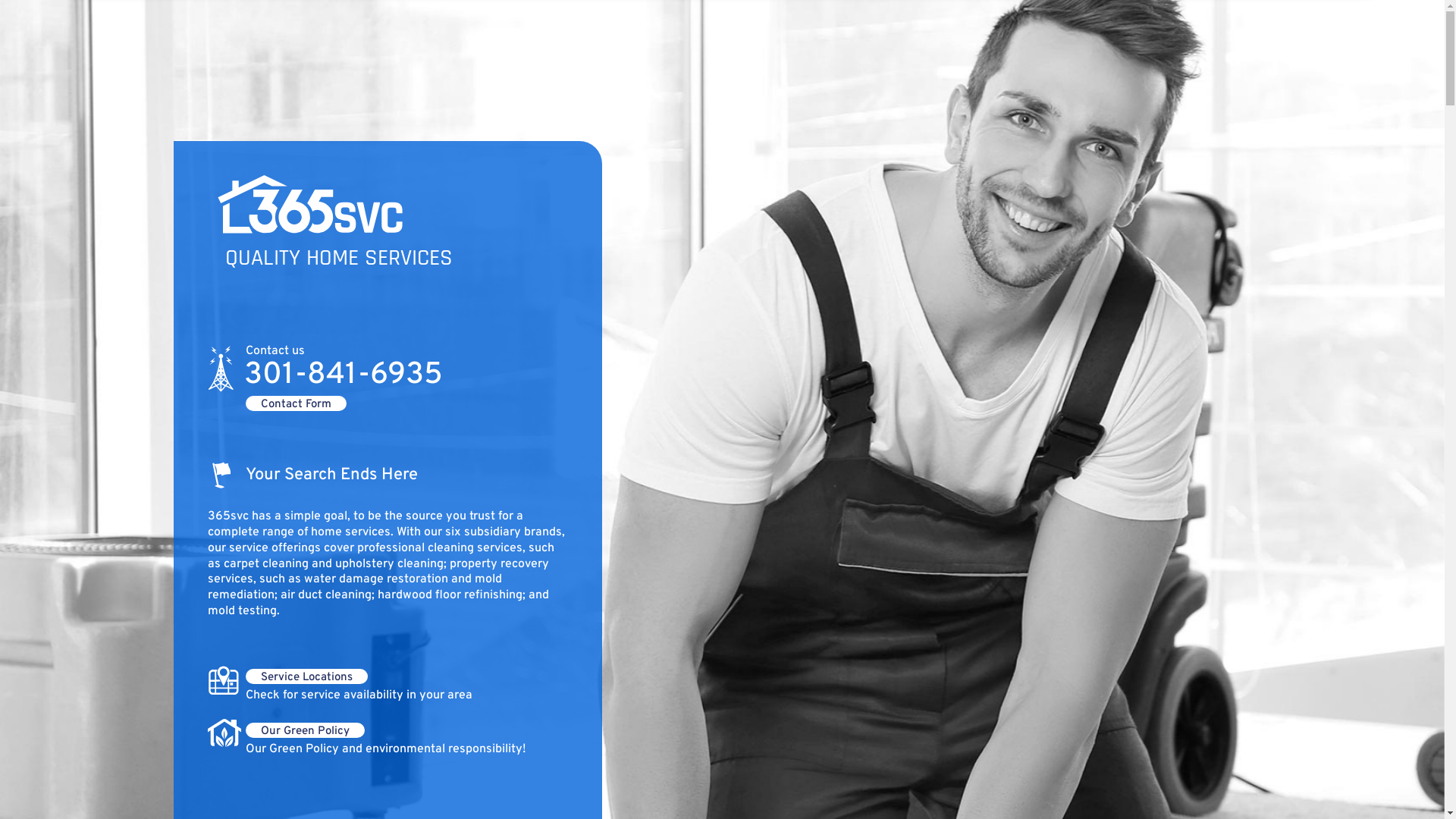 This screenshot has width=1456, height=819. What do you see at coordinates (304, 730) in the screenshot?
I see `'Our Green Policy'` at bounding box center [304, 730].